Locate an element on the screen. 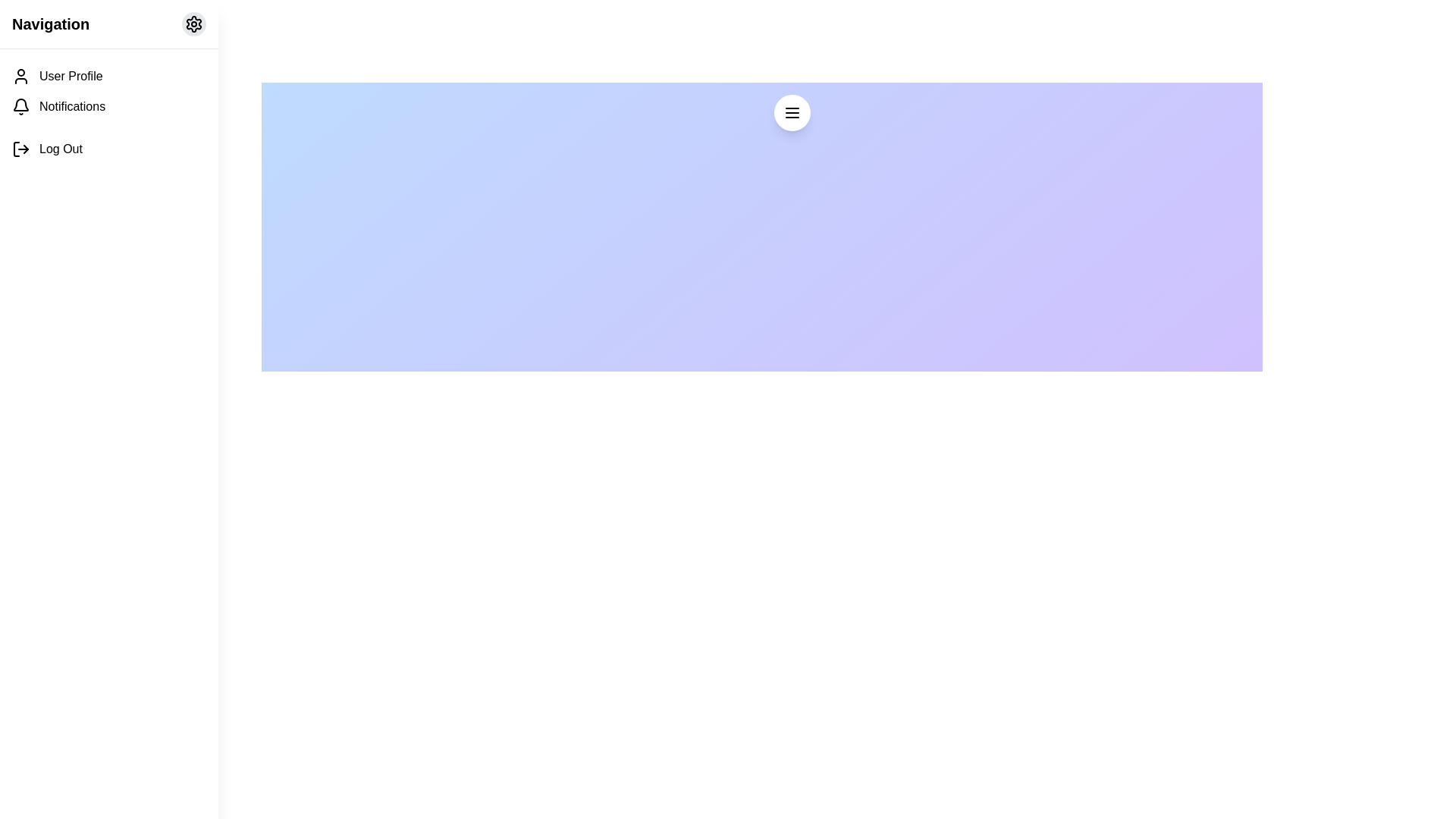 This screenshot has width=1456, height=819. the floating action button represented as a circle with a white background and three parallel black horizontal lines is located at coordinates (792, 112).